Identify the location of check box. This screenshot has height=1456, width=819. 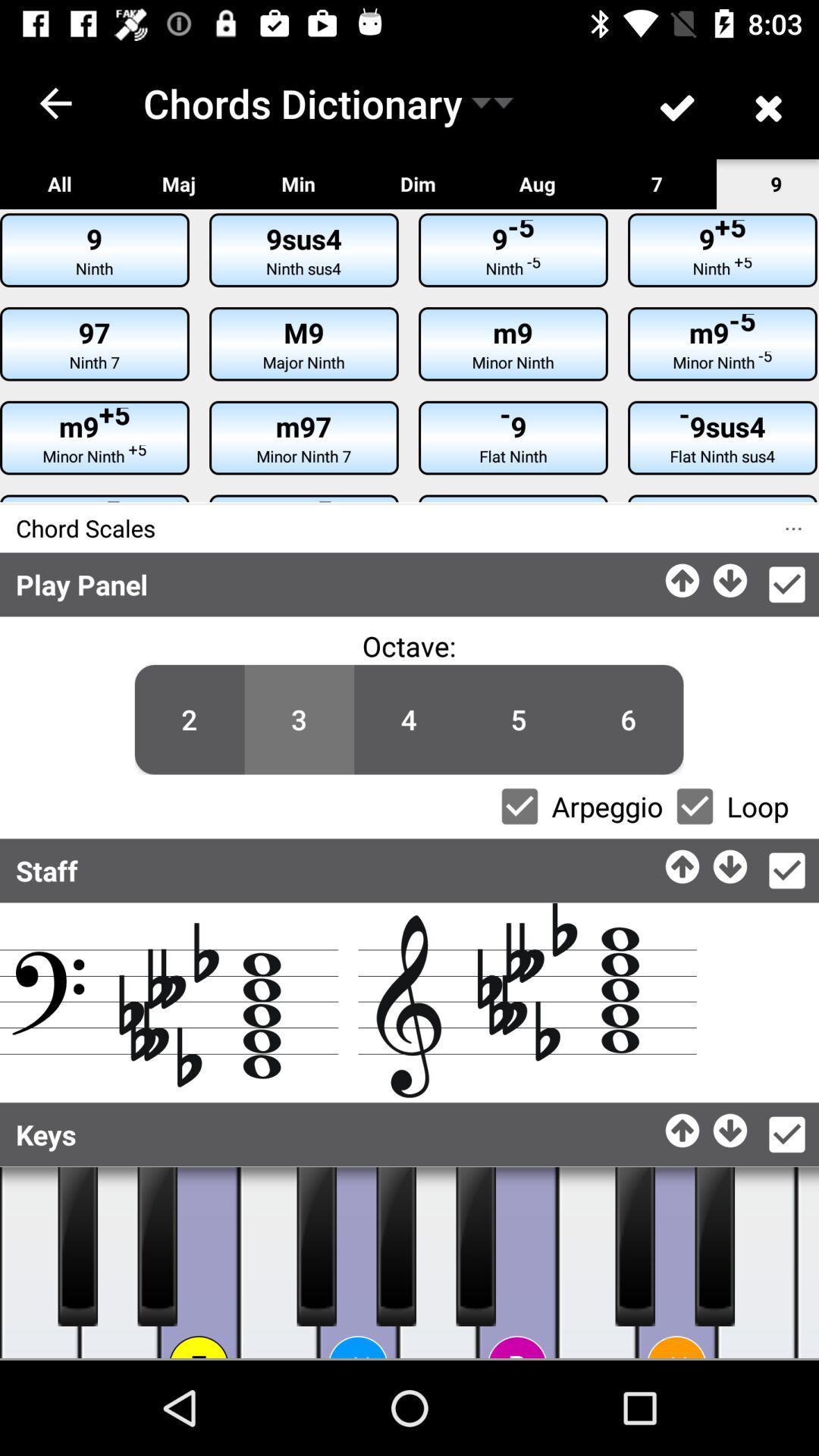
(519, 805).